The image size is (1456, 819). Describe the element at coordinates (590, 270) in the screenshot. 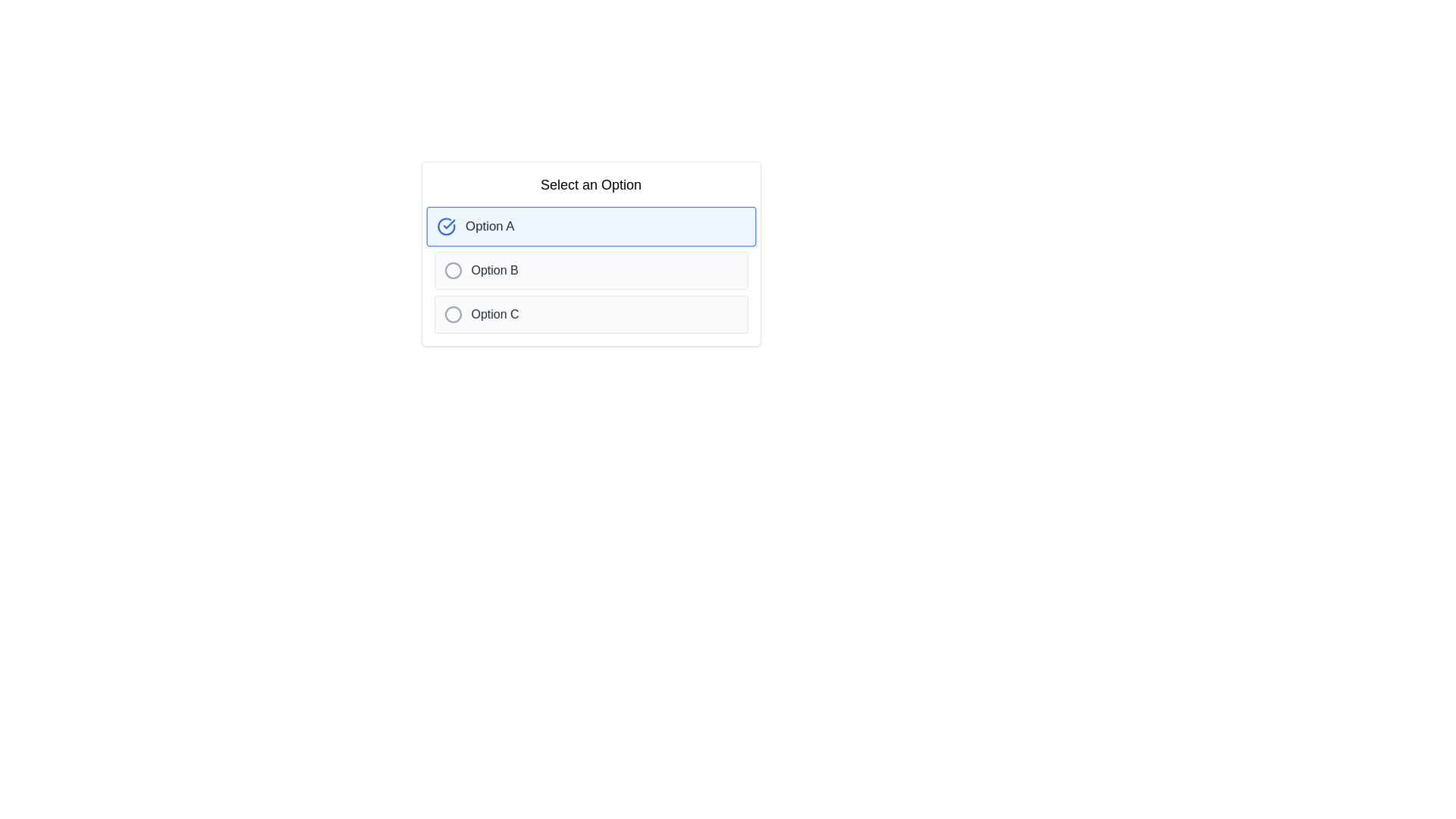

I see `the 'Option B' radio button in the selectable group` at that location.